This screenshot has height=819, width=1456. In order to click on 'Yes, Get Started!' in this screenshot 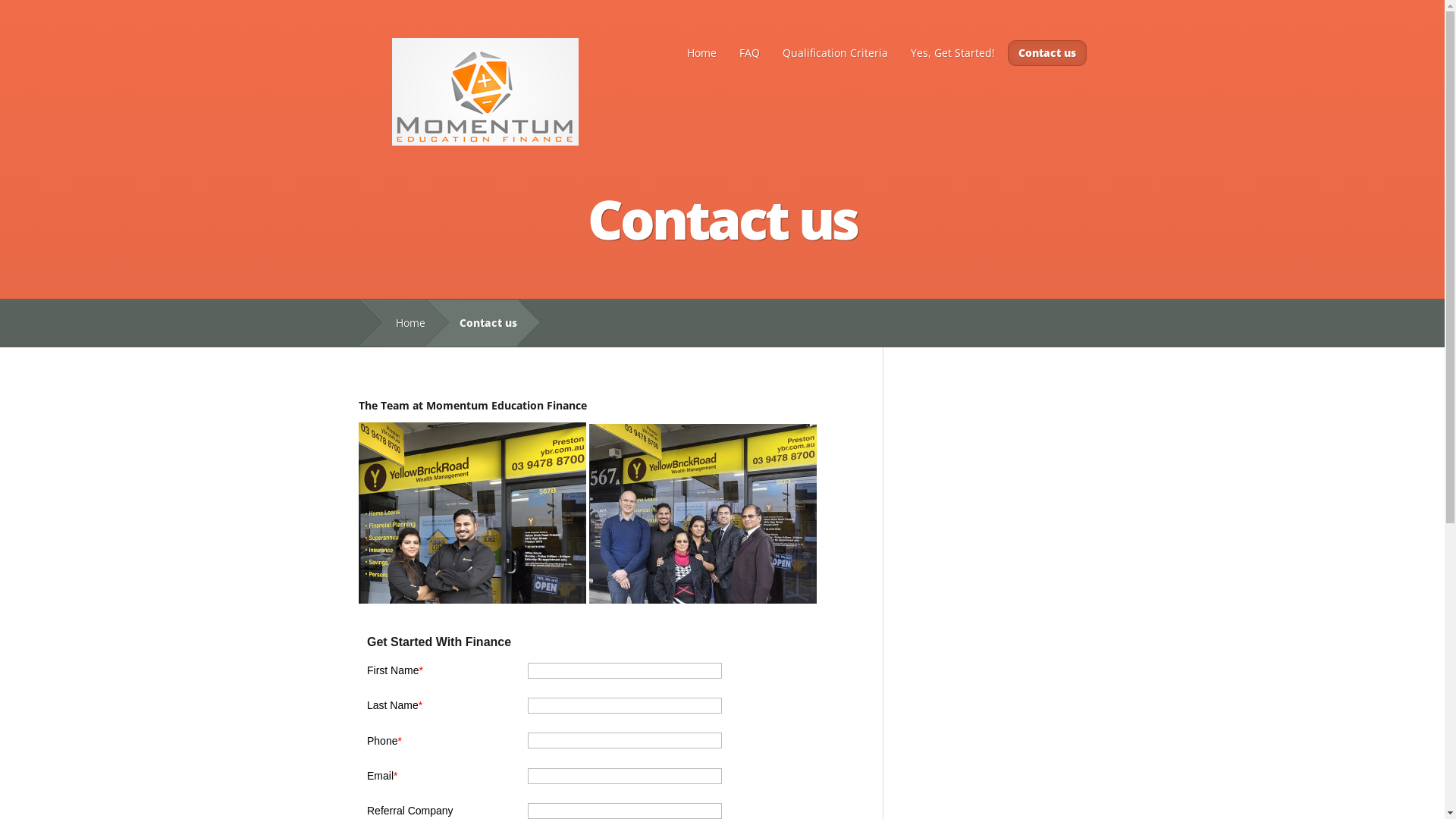, I will do `click(952, 52)`.